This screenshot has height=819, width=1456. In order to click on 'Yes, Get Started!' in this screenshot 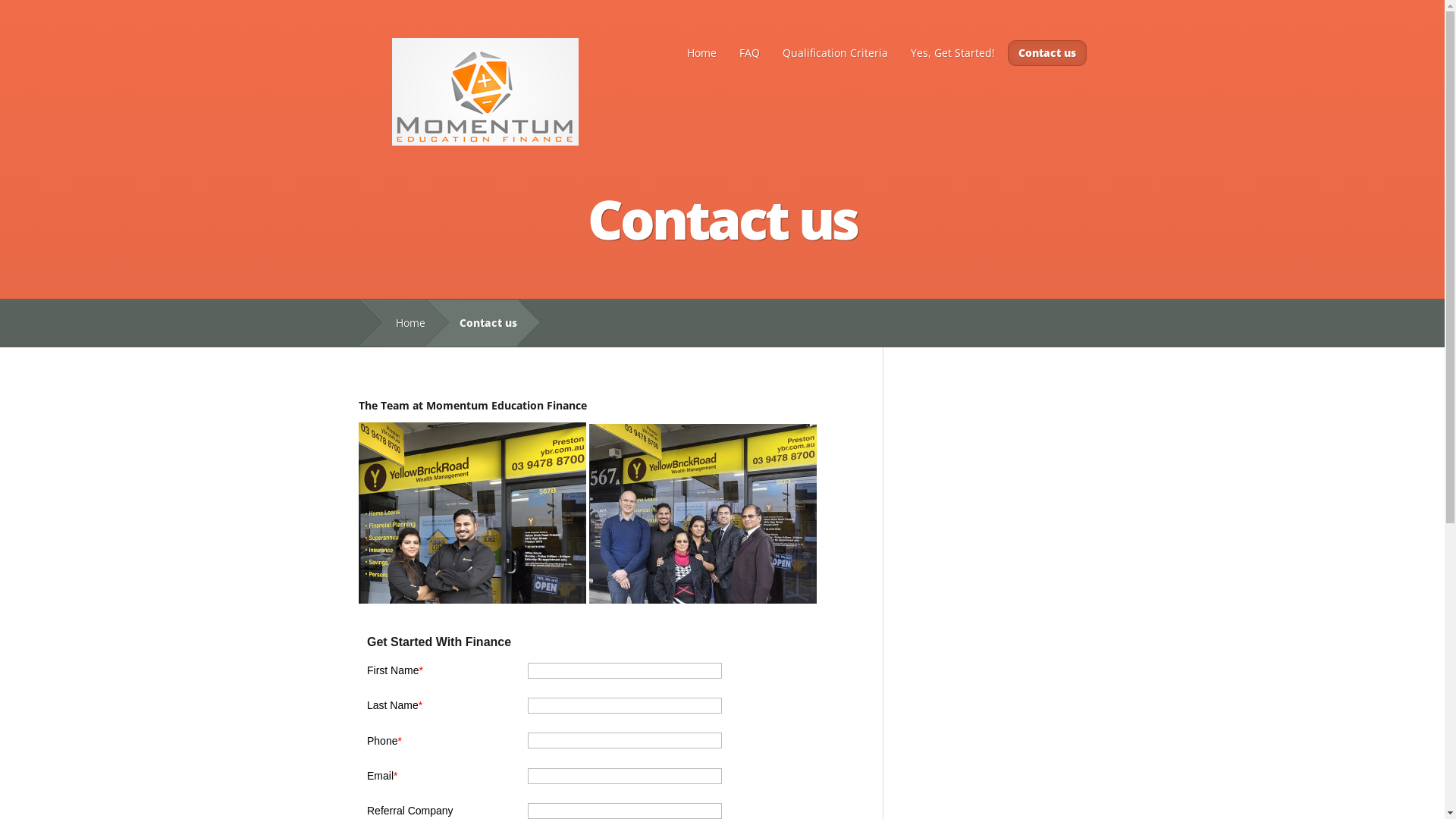, I will do `click(952, 52)`.